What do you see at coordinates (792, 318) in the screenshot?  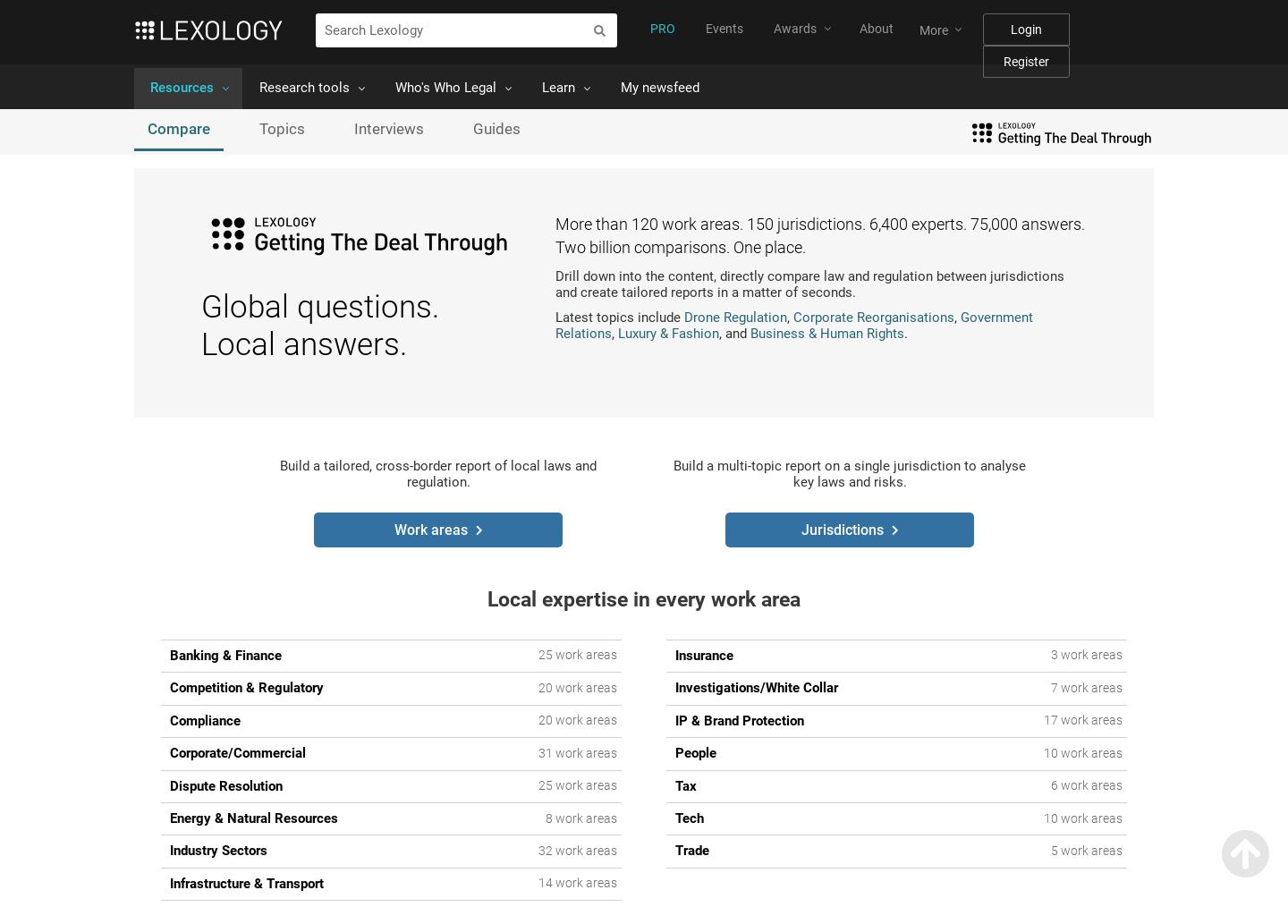 I see `'Corporate Reorganisations'` at bounding box center [792, 318].